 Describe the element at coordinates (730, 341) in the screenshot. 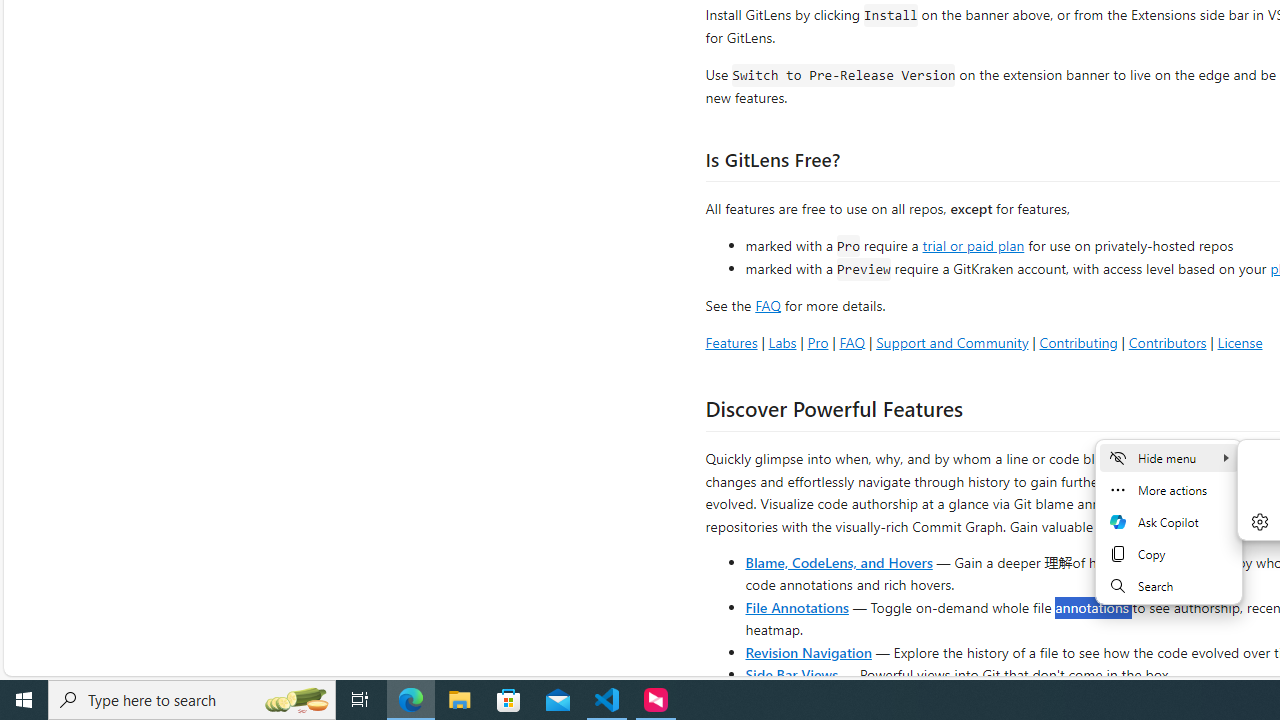

I see `'Features'` at that location.